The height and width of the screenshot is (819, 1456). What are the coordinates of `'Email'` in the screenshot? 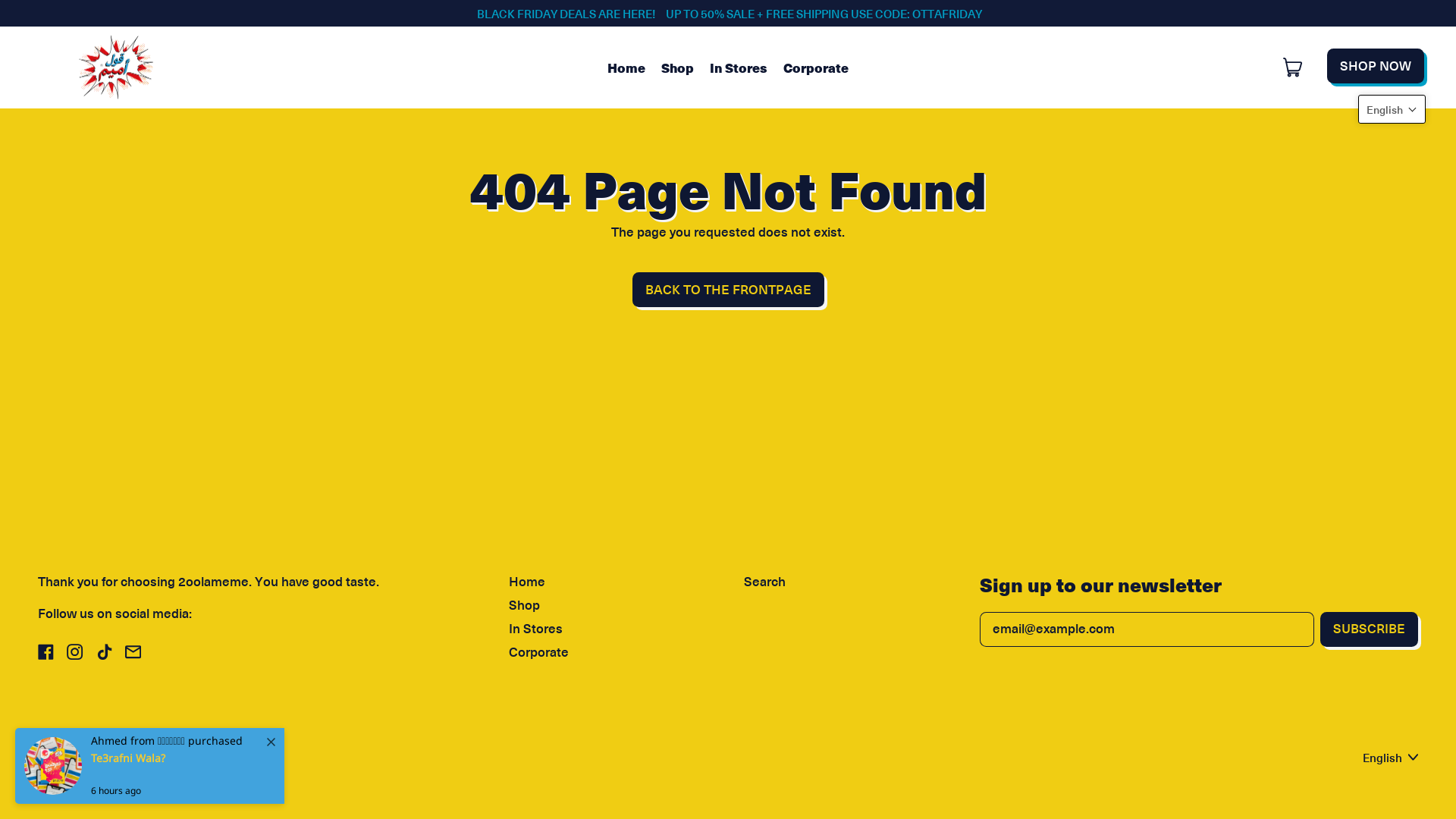 It's located at (133, 654).